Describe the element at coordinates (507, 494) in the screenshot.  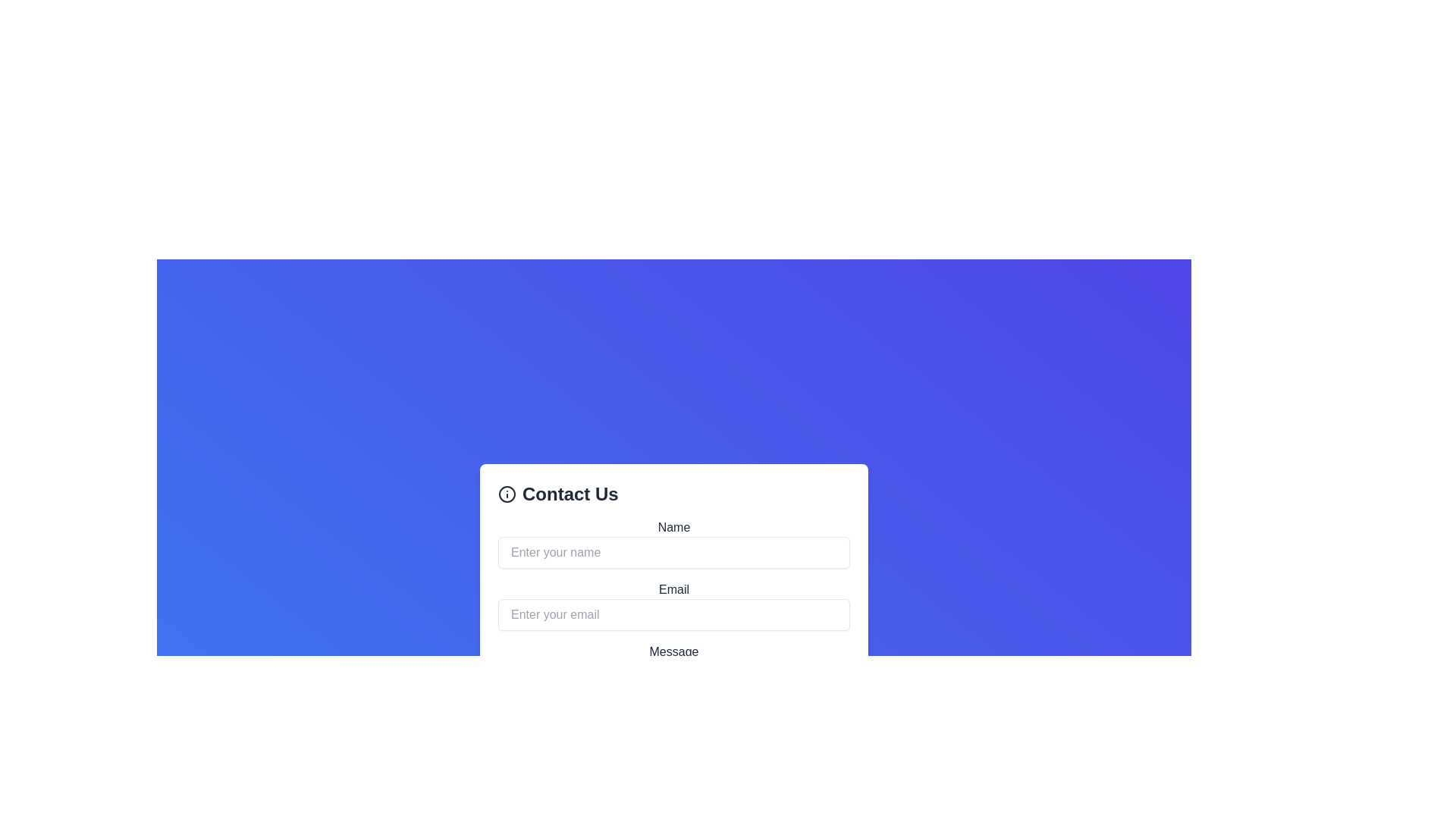
I see `the decorative icon located to the left of the 'Contact Us' text` at that location.